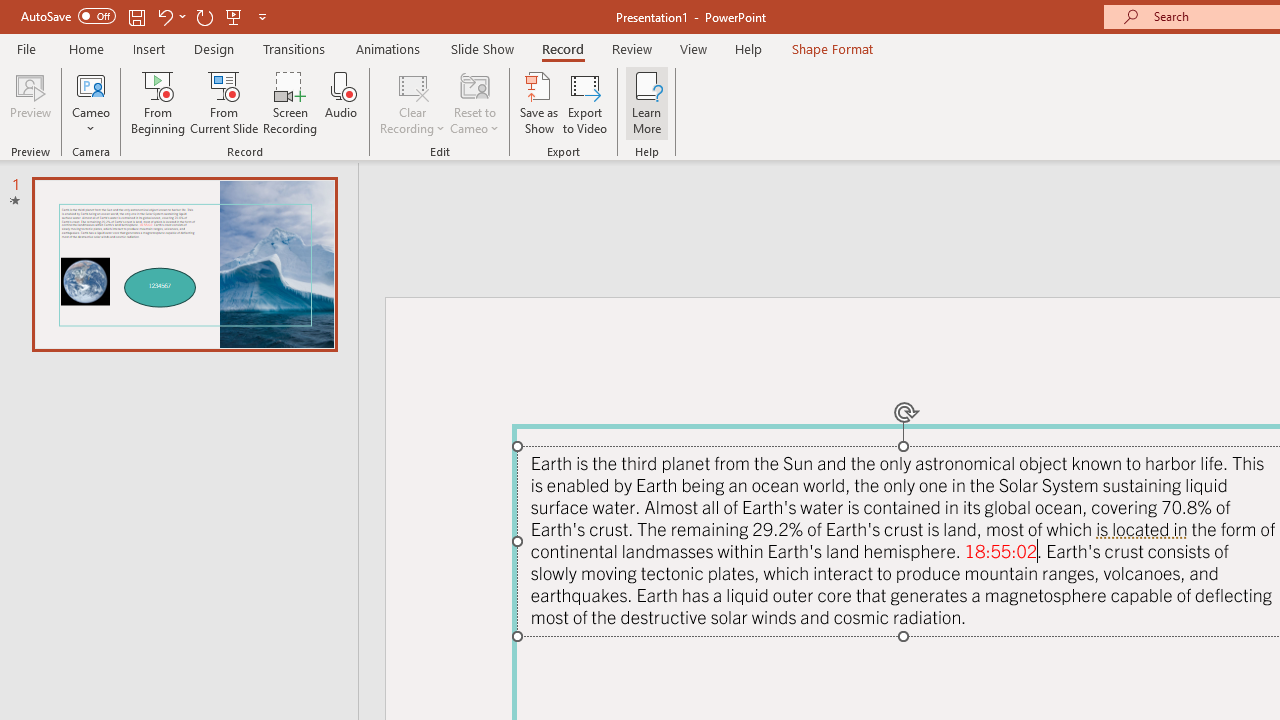 The width and height of the screenshot is (1280, 720). What do you see at coordinates (289, 103) in the screenshot?
I see `'Screen Recording'` at bounding box center [289, 103].